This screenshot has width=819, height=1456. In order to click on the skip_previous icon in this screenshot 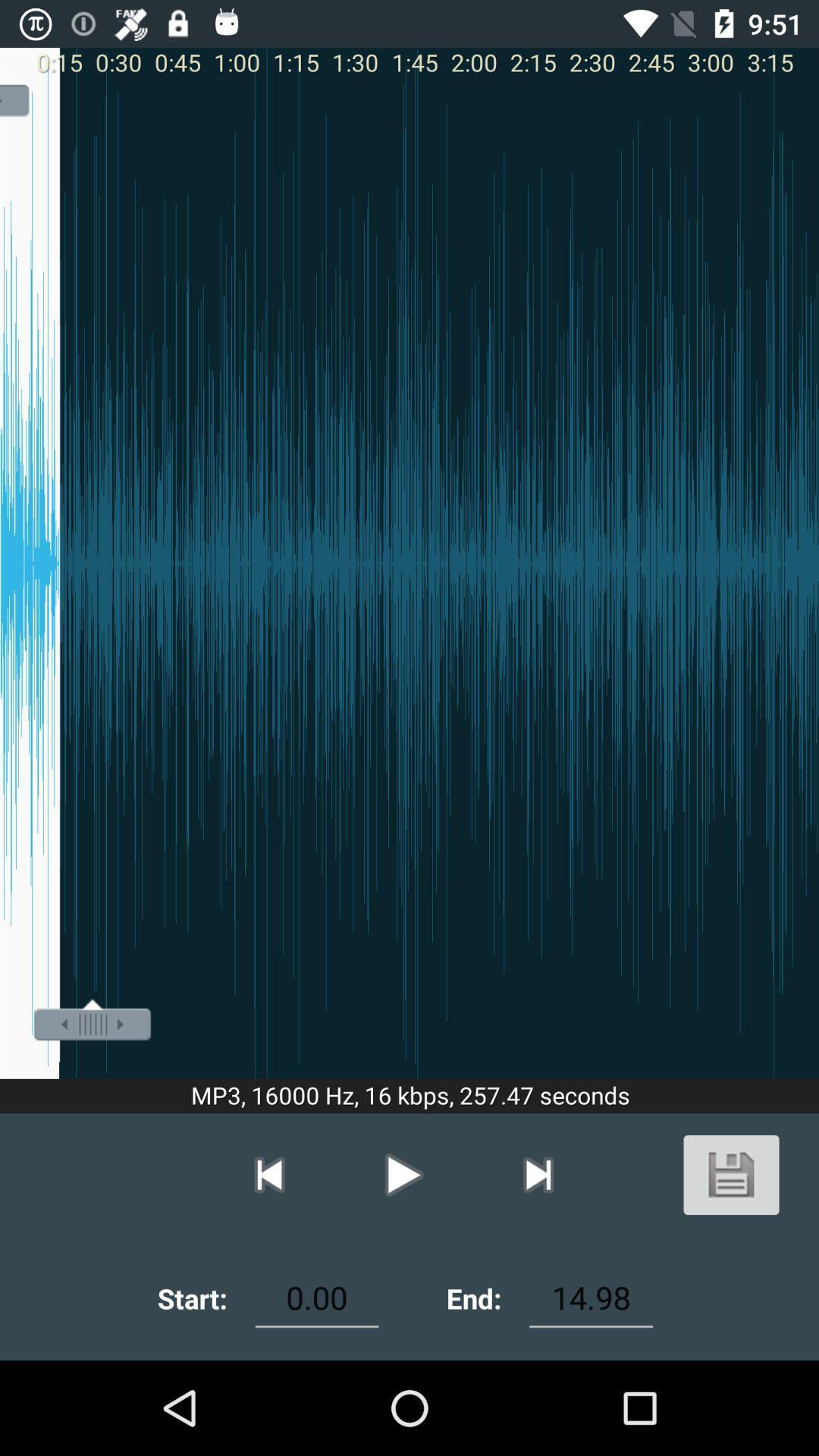, I will do `click(268, 1174)`.